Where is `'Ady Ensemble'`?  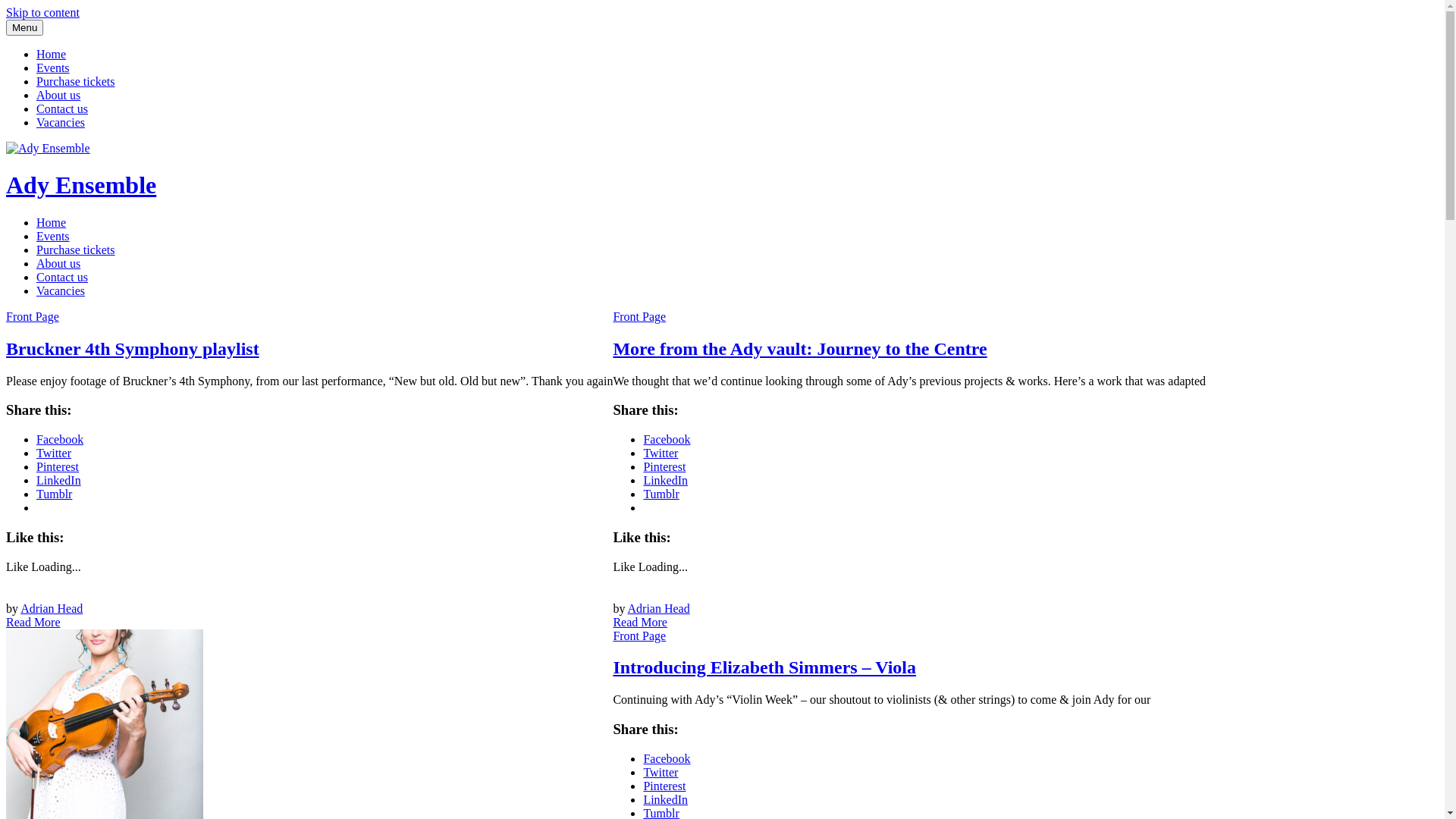
'Ady Ensemble' is located at coordinates (80, 184).